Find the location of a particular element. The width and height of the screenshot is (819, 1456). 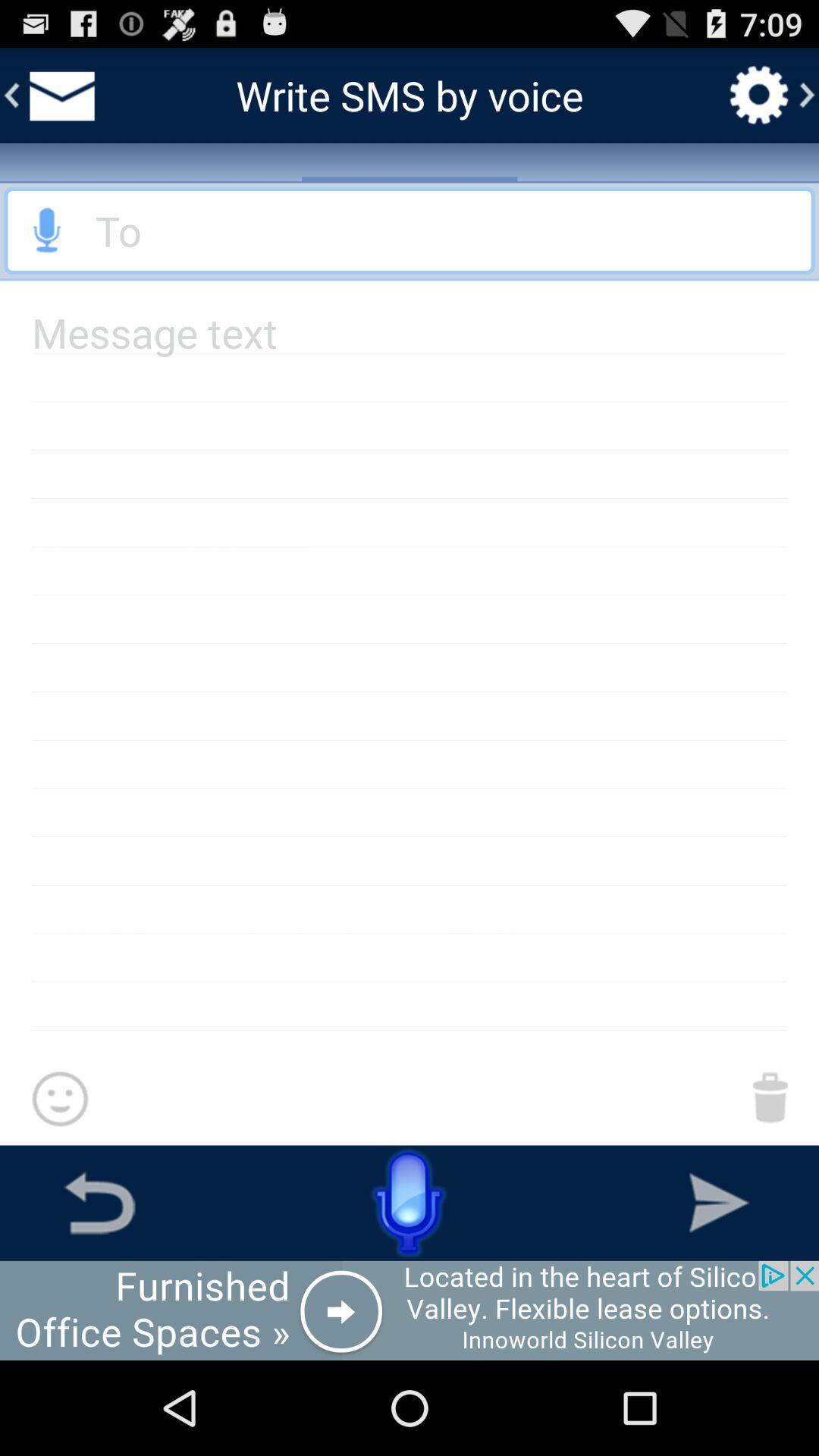

microphone is located at coordinates (409, 230).